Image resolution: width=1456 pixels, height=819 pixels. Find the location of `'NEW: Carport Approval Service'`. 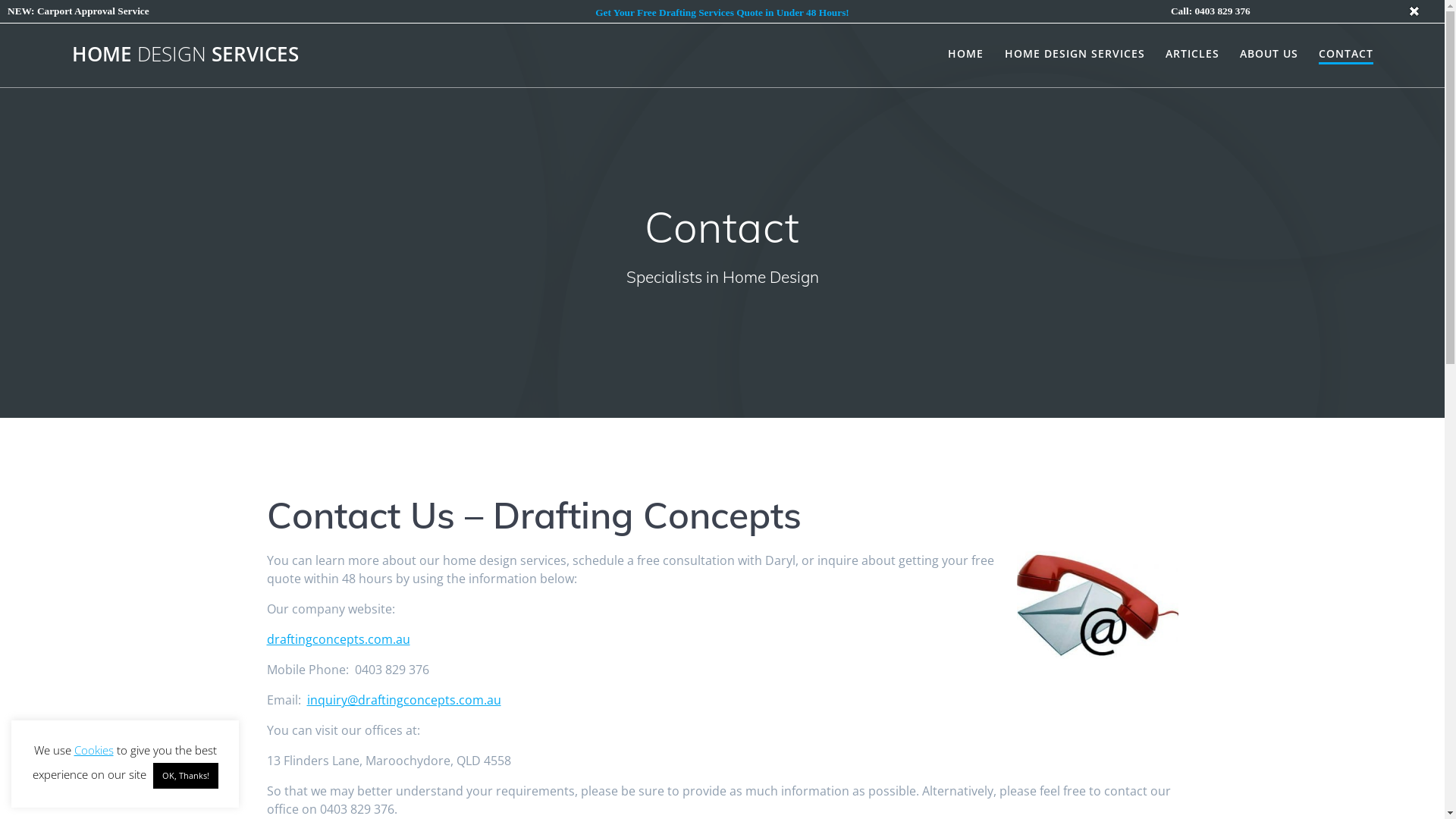

'NEW: Carport Approval Service' is located at coordinates (77, 11).